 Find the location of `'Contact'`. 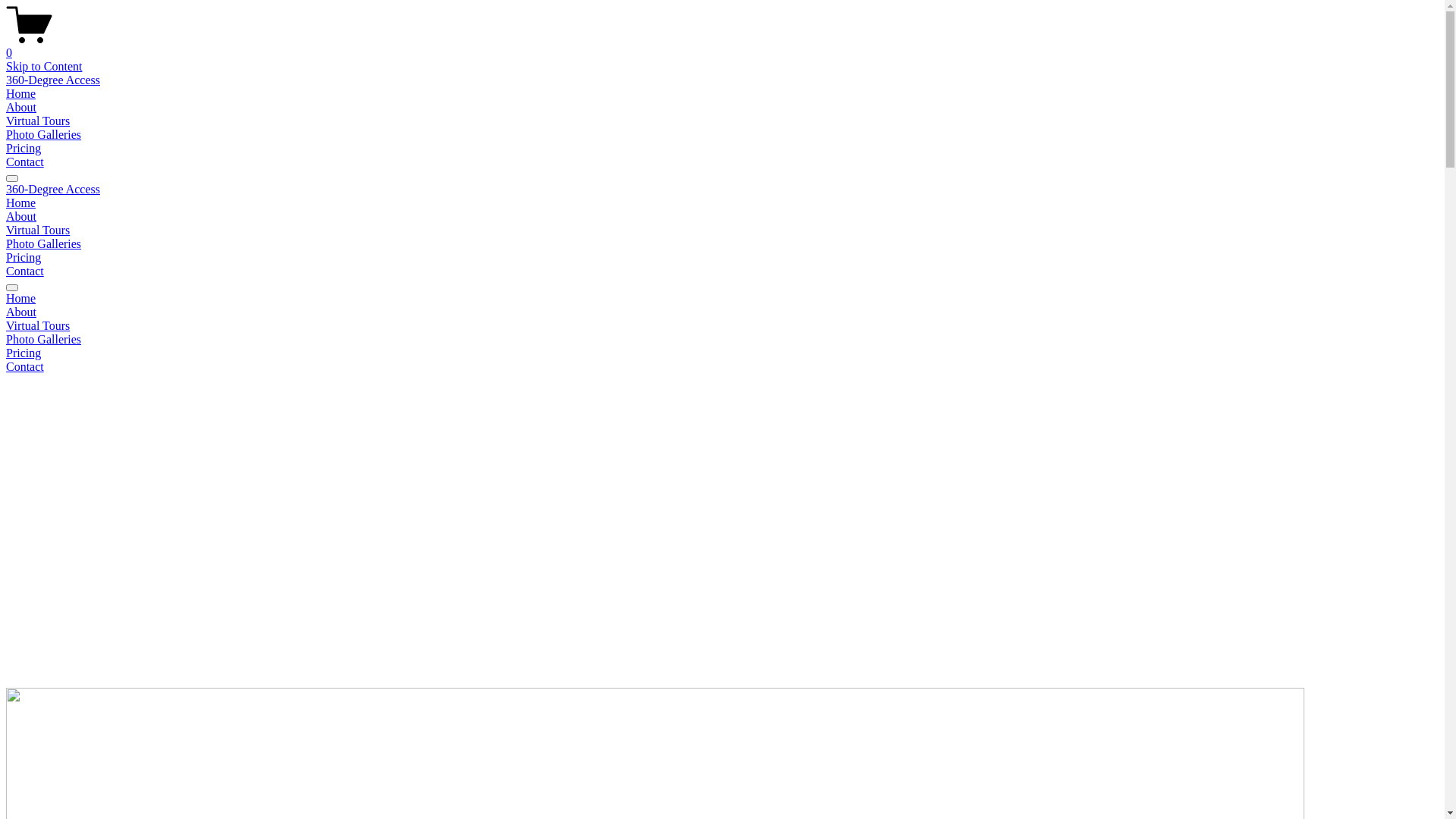

'Contact' is located at coordinates (25, 270).